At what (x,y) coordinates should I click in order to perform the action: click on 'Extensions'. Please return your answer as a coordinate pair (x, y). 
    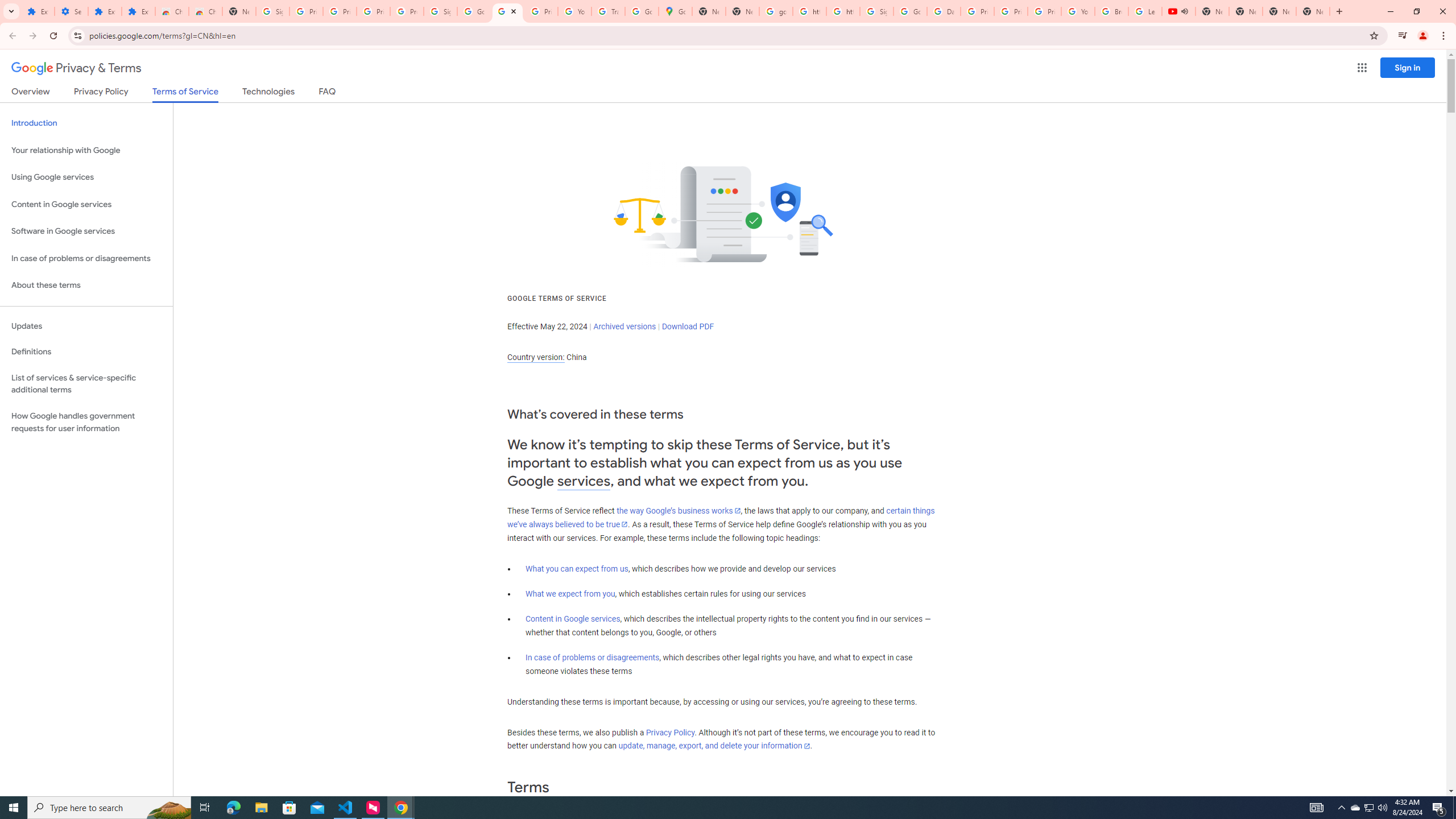
    Looking at the image, I should click on (104, 11).